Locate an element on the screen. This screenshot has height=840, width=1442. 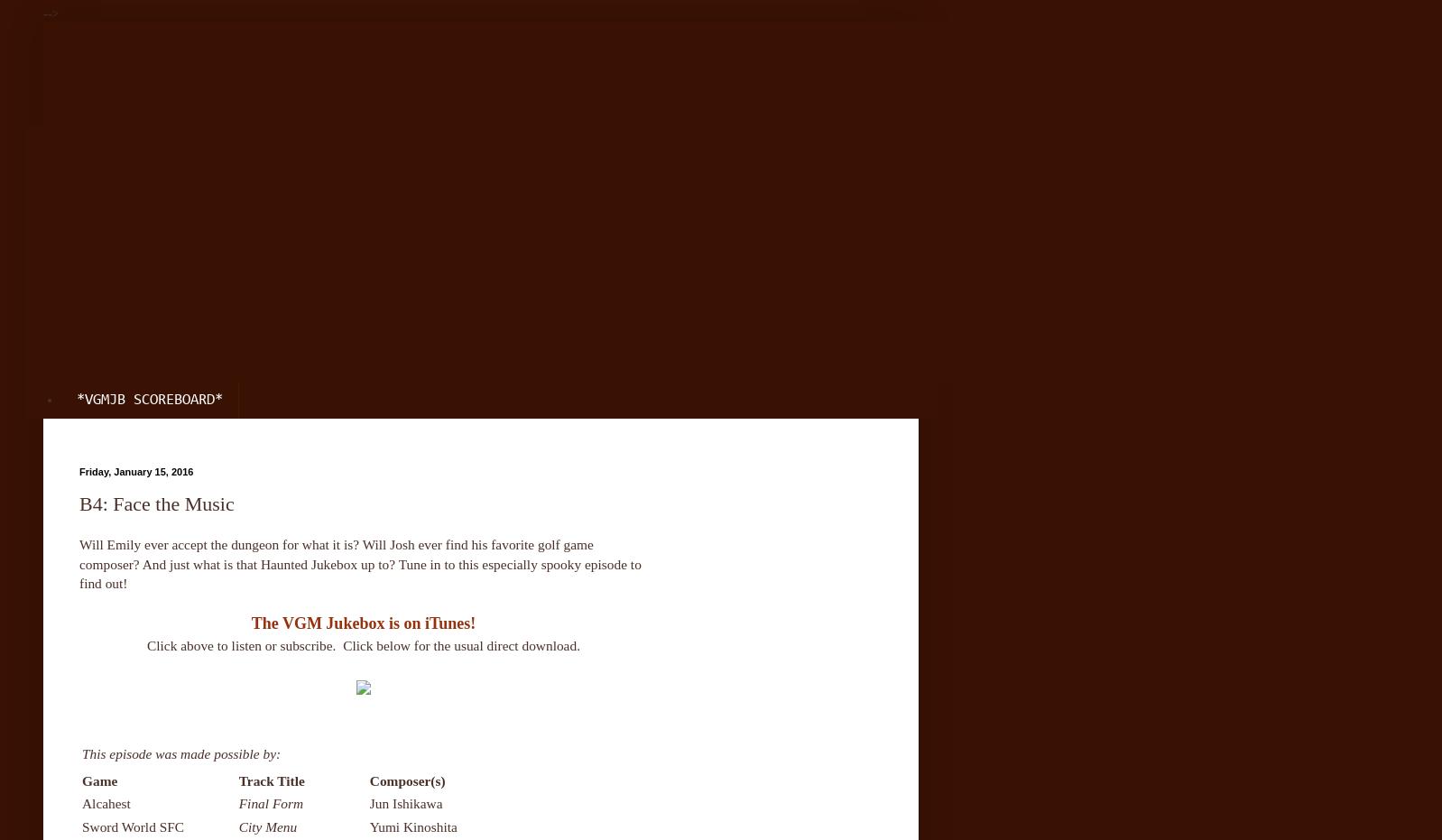
'Home' is located at coordinates (92, 143).